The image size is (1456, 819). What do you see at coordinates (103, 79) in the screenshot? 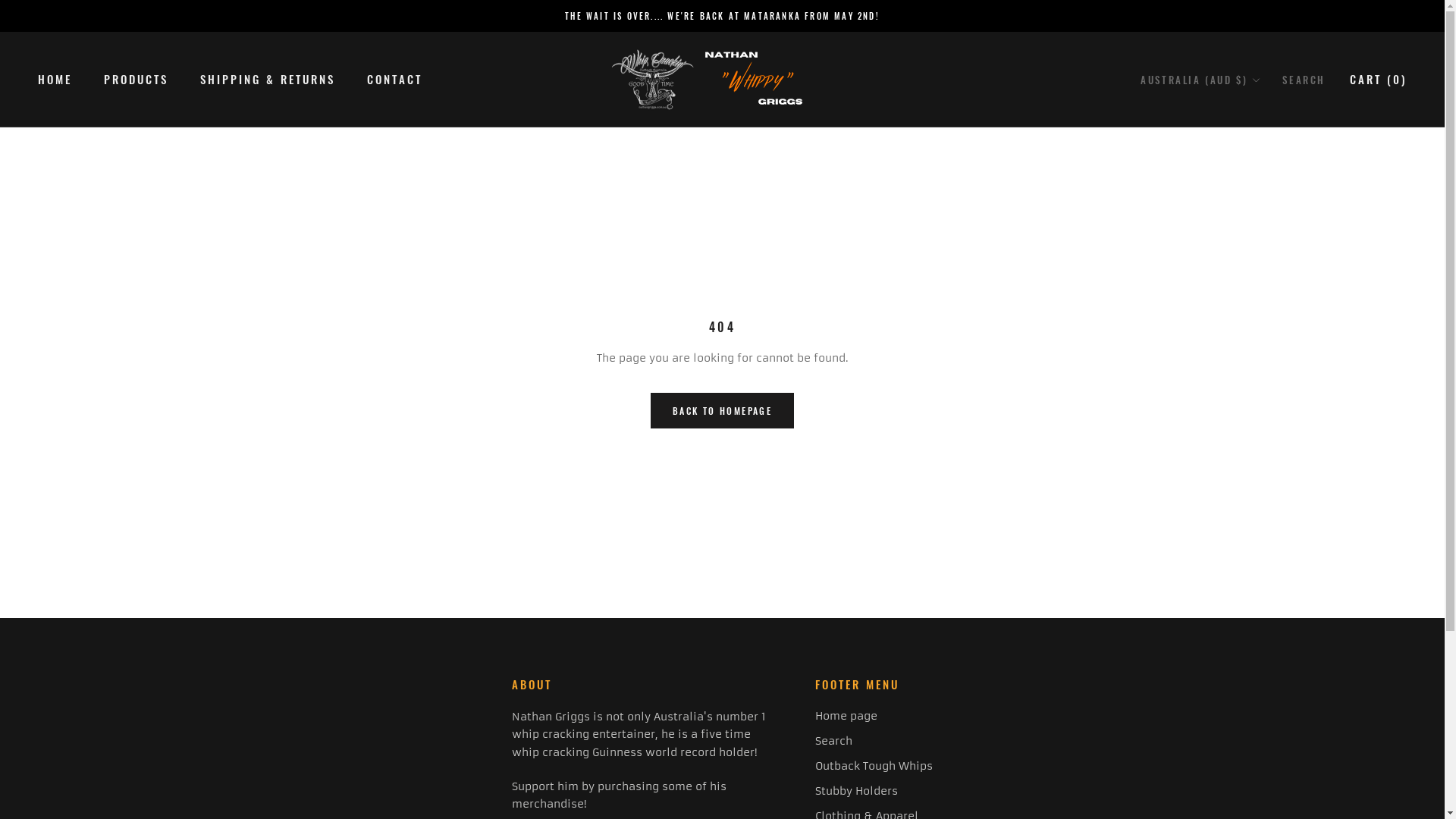
I see `'PRODUCTS'` at bounding box center [103, 79].